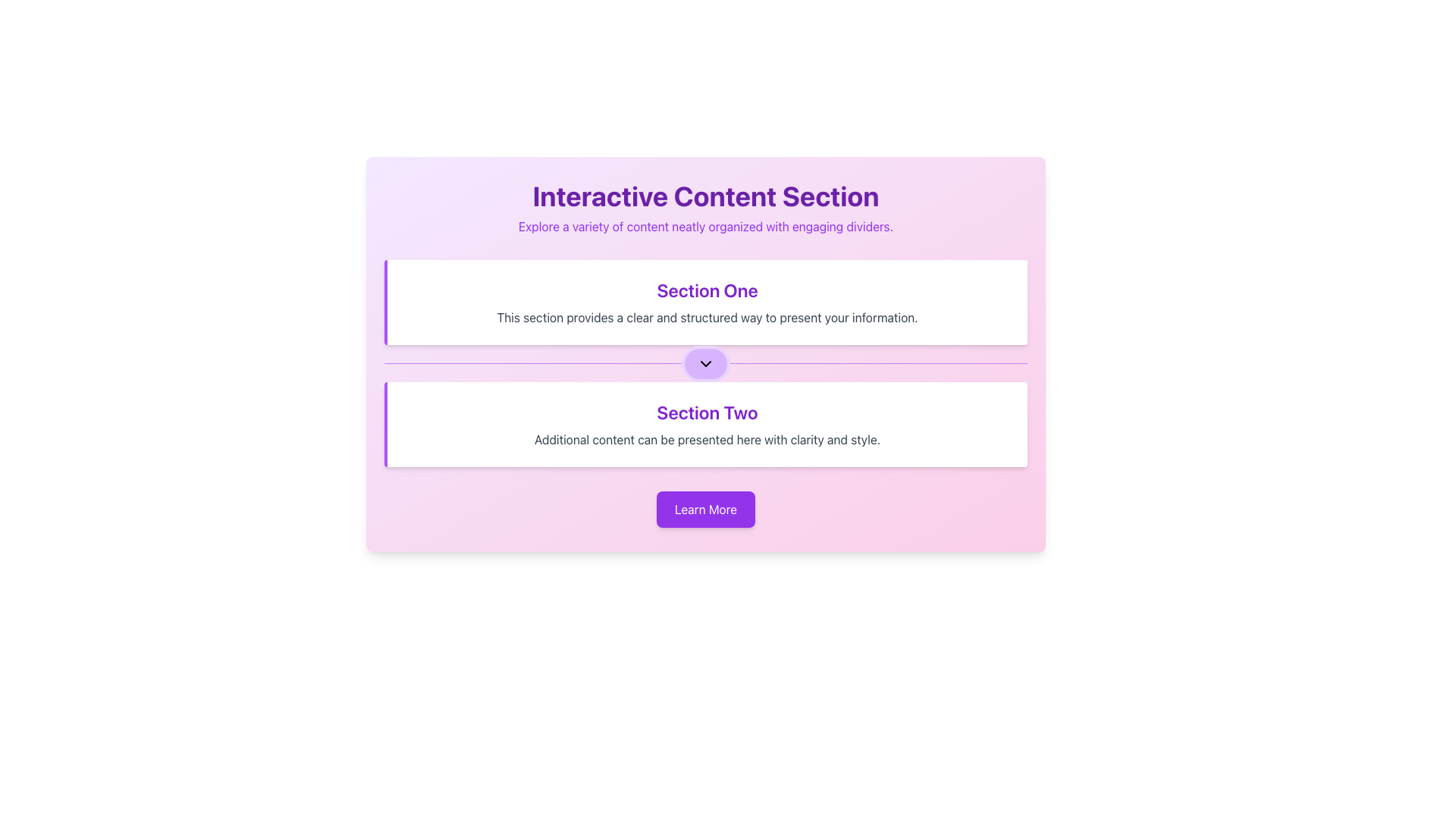  I want to click on the Divider Line that separates Section One and Section Two in the interface, so click(705, 363).